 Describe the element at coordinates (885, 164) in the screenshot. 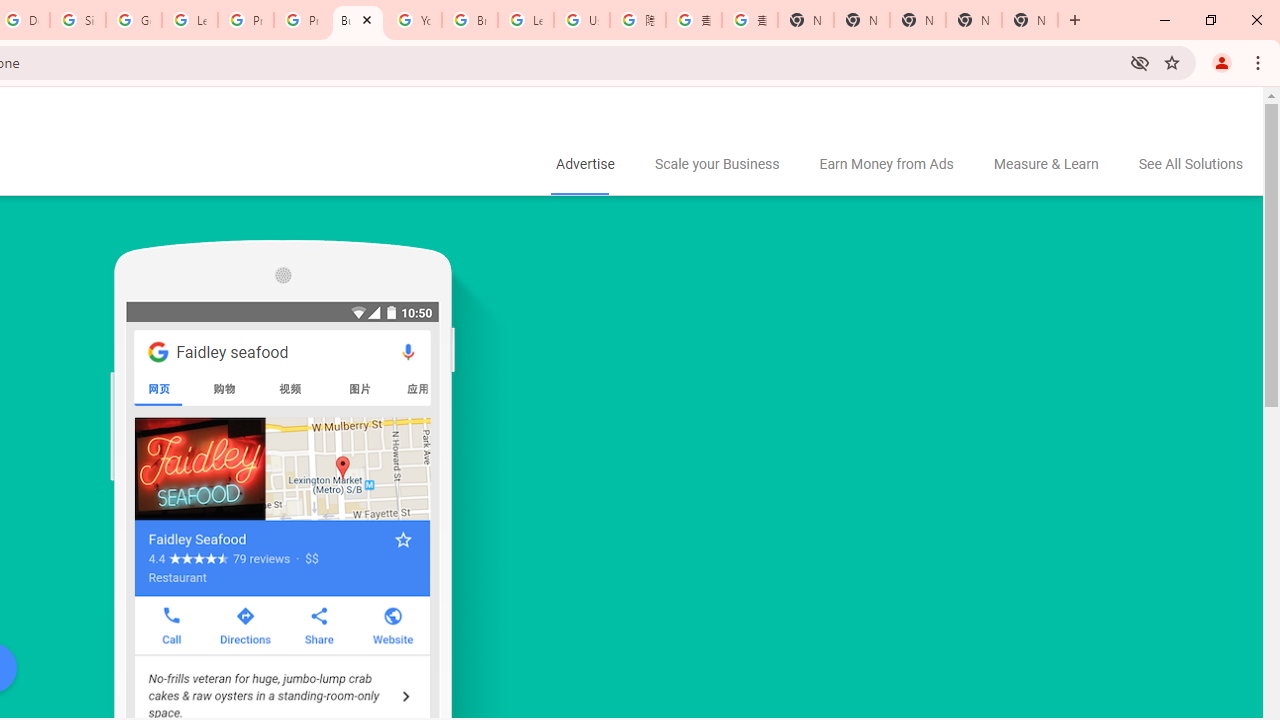

I see `'Earn Money from Ads'` at that location.